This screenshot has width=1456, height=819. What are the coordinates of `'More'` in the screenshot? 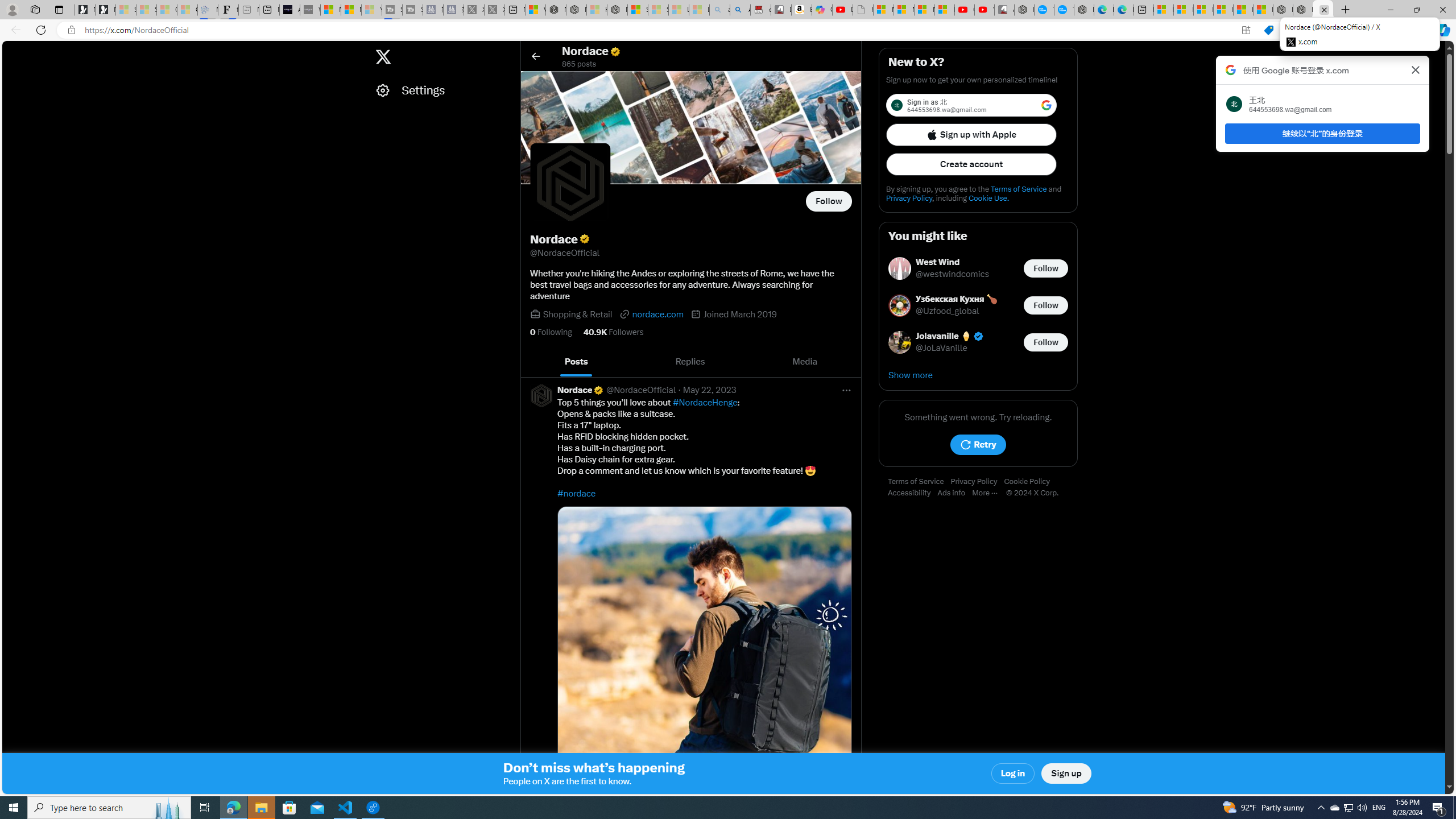 It's located at (988, 493).